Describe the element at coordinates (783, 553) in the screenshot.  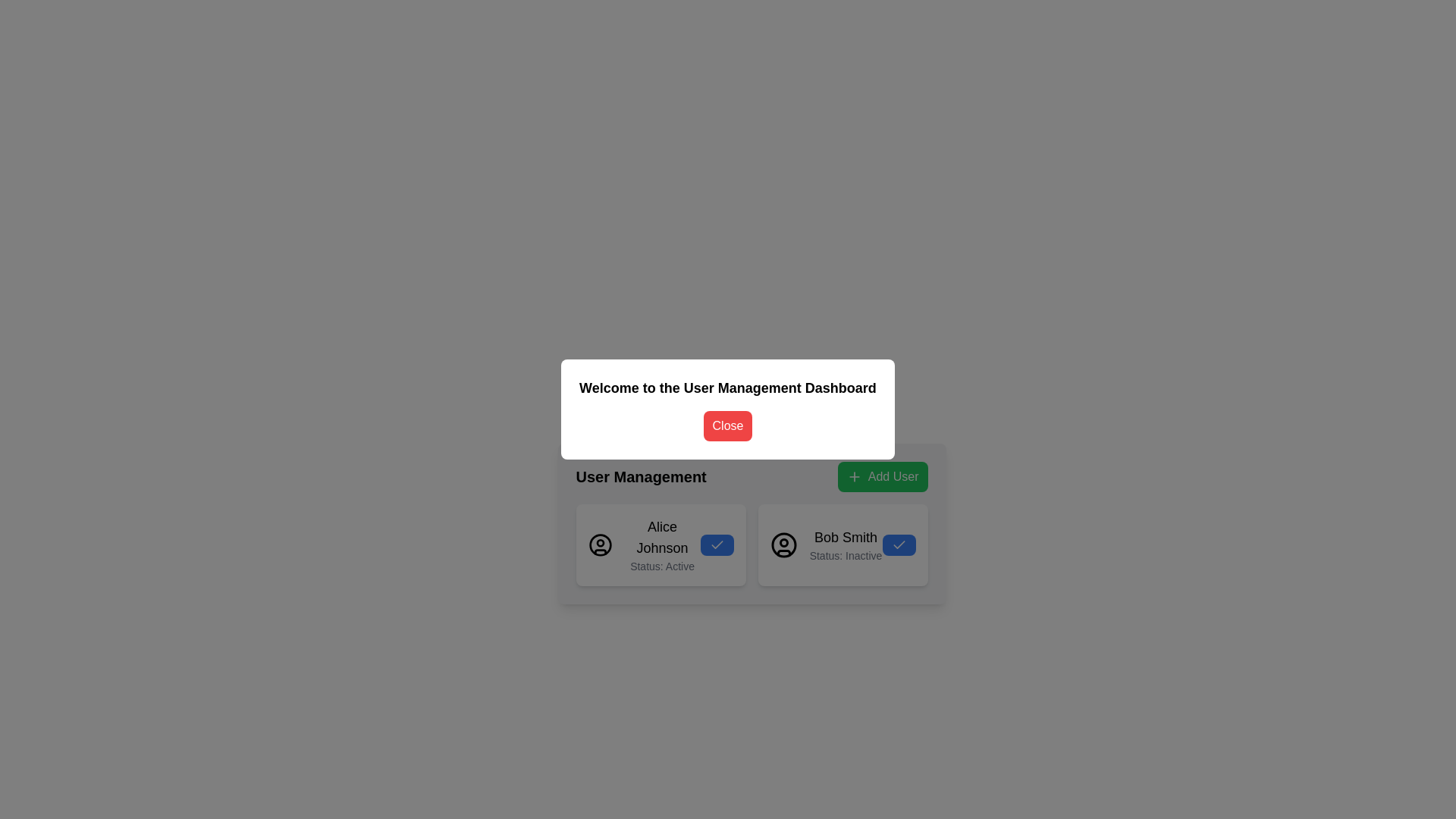
I see `the lower curved line of the user icon representing 'Bob Smith' in the 'User Management' section` at that location.